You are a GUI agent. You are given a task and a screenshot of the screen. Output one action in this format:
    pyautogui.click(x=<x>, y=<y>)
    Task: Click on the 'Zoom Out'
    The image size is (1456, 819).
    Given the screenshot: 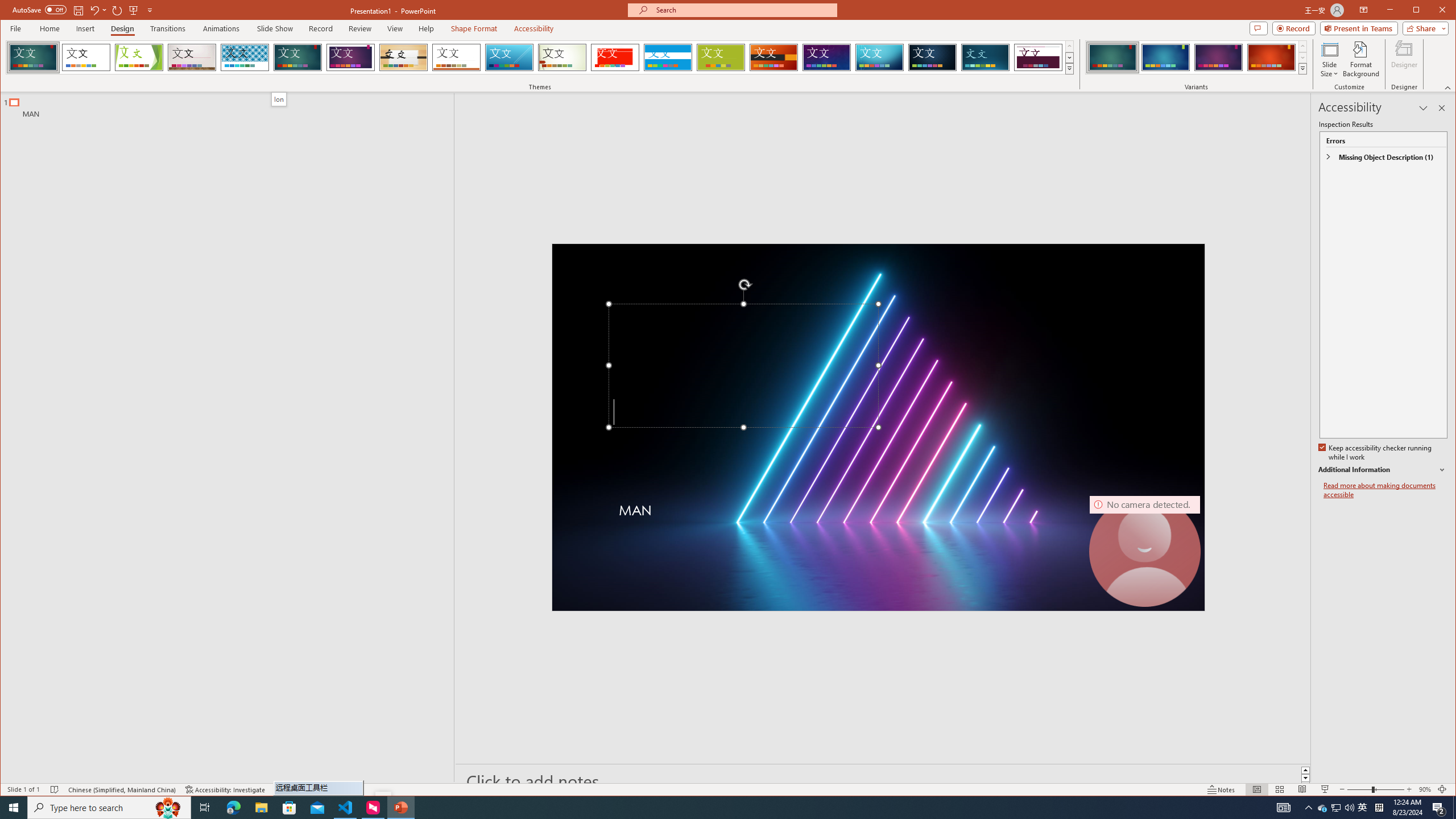 What is the action you would take?
    pyautogui.click(x=1358, y=789)
    